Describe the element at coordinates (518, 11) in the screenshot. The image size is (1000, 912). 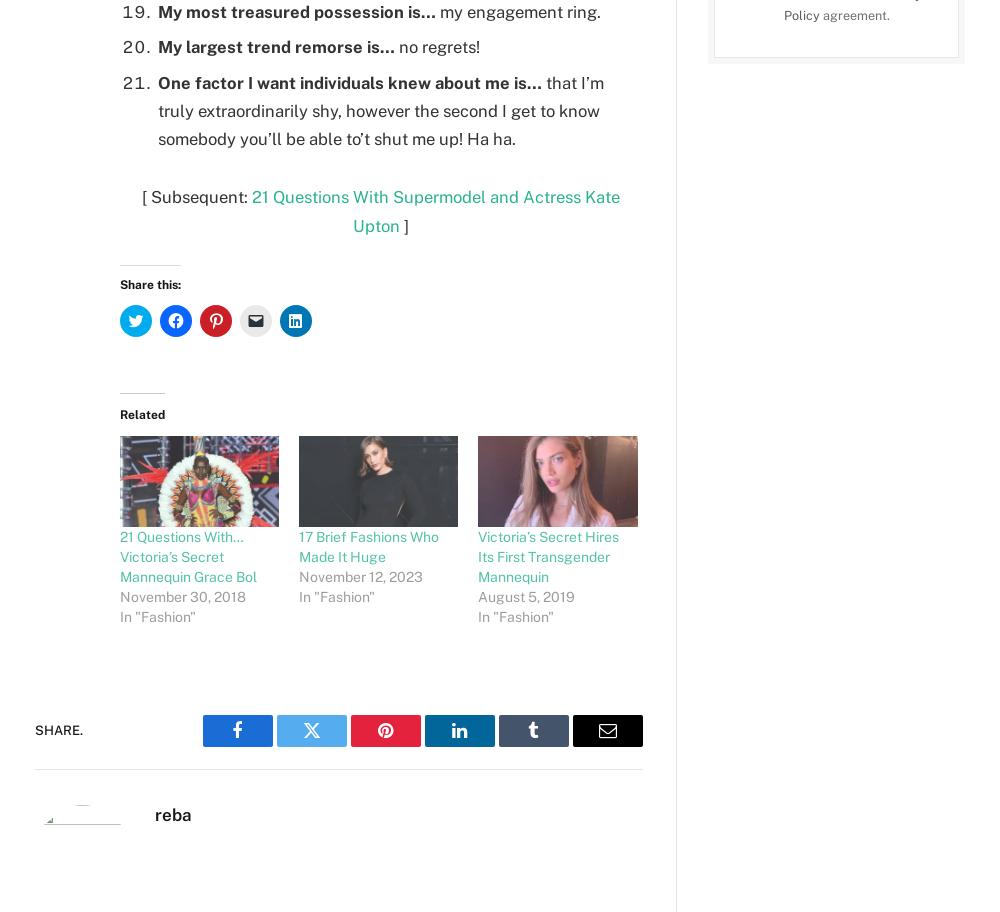
I see `'my engagement ring.'` at that location.